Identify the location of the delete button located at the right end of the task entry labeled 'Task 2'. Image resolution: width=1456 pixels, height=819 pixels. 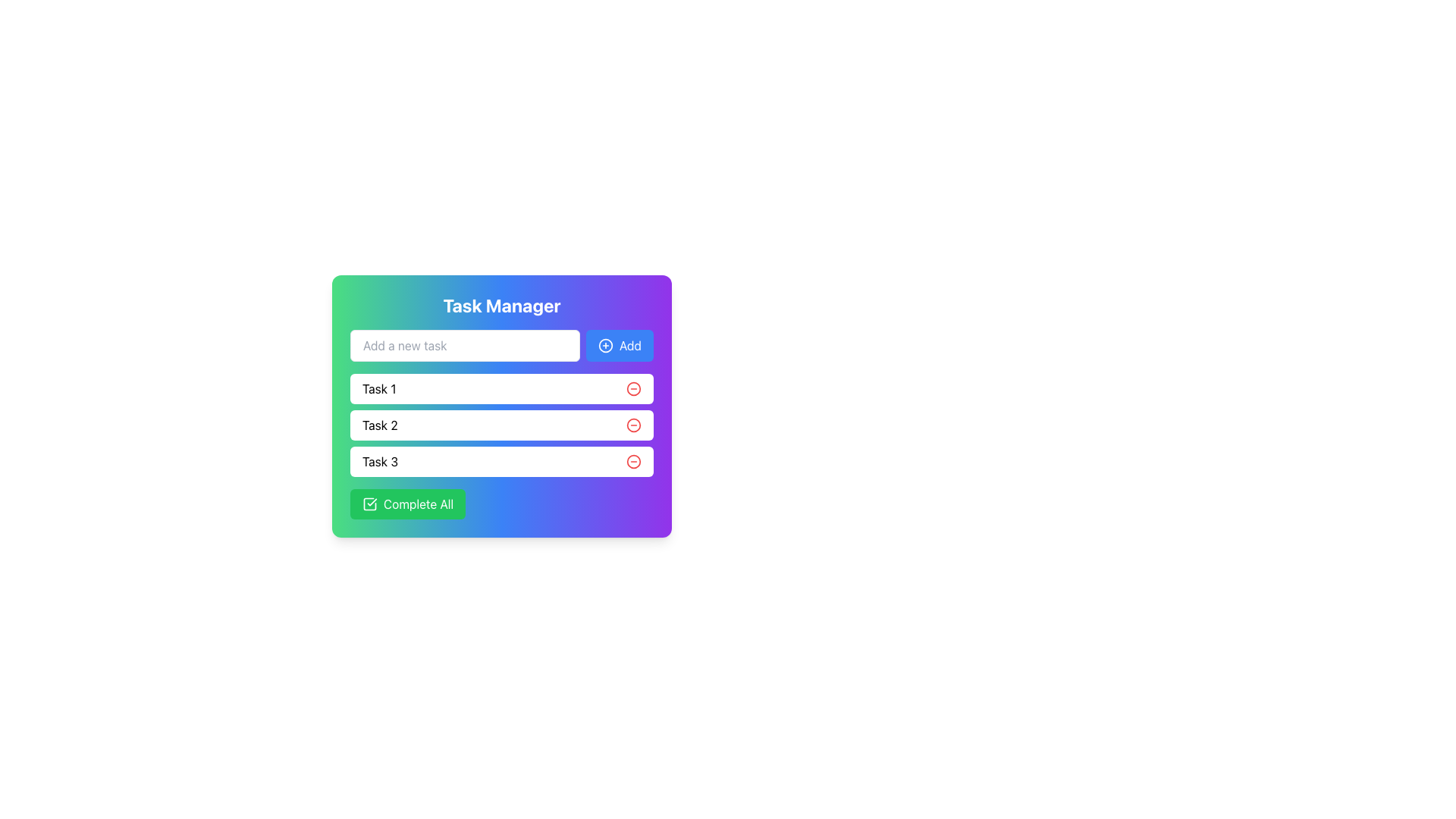
(633, 425).